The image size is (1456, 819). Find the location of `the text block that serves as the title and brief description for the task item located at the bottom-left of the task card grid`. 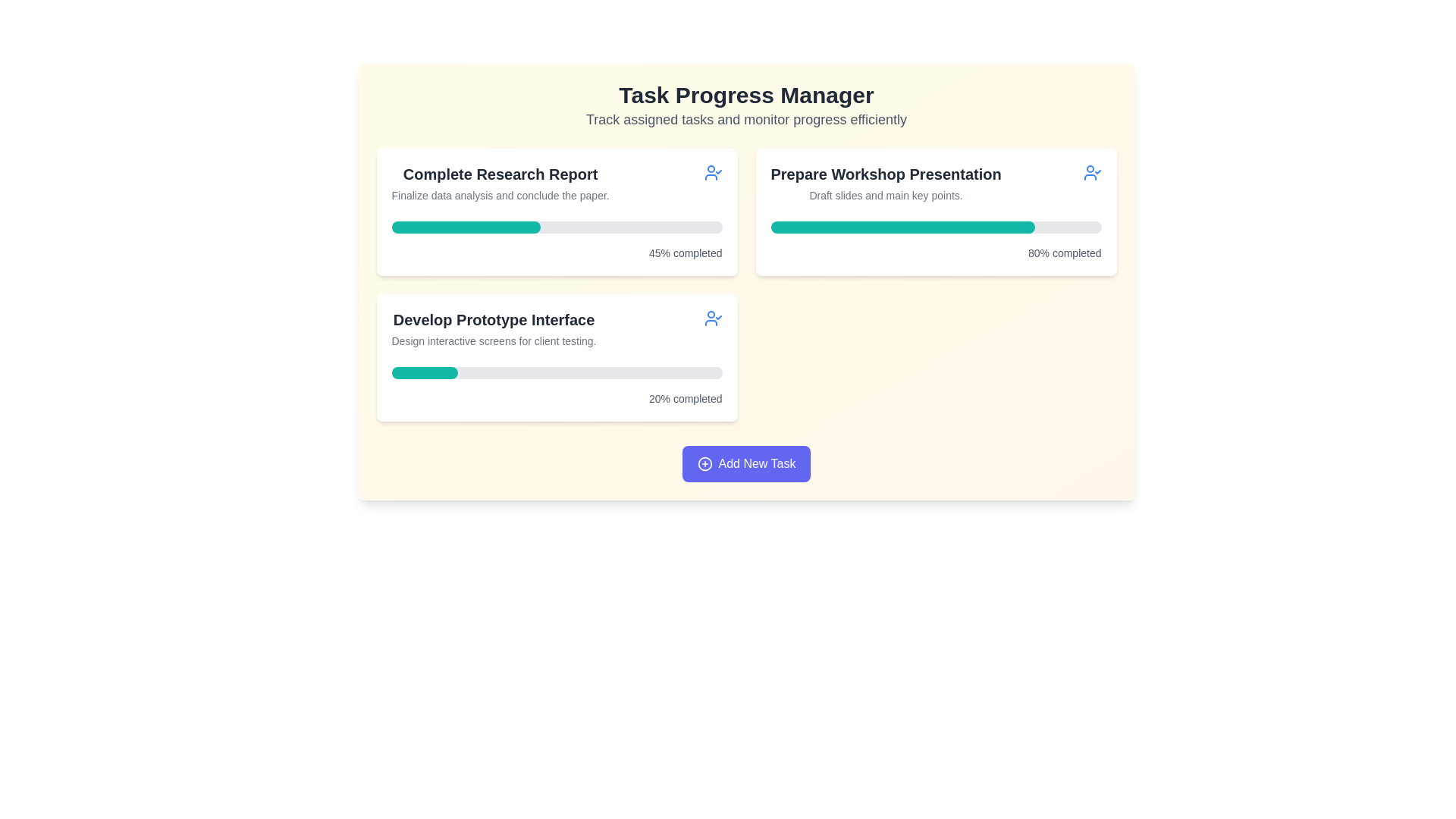

the text block that serves as the title and brief description for the task item located at the bottom-left of the task card grid is located at coordinates (556, 328).